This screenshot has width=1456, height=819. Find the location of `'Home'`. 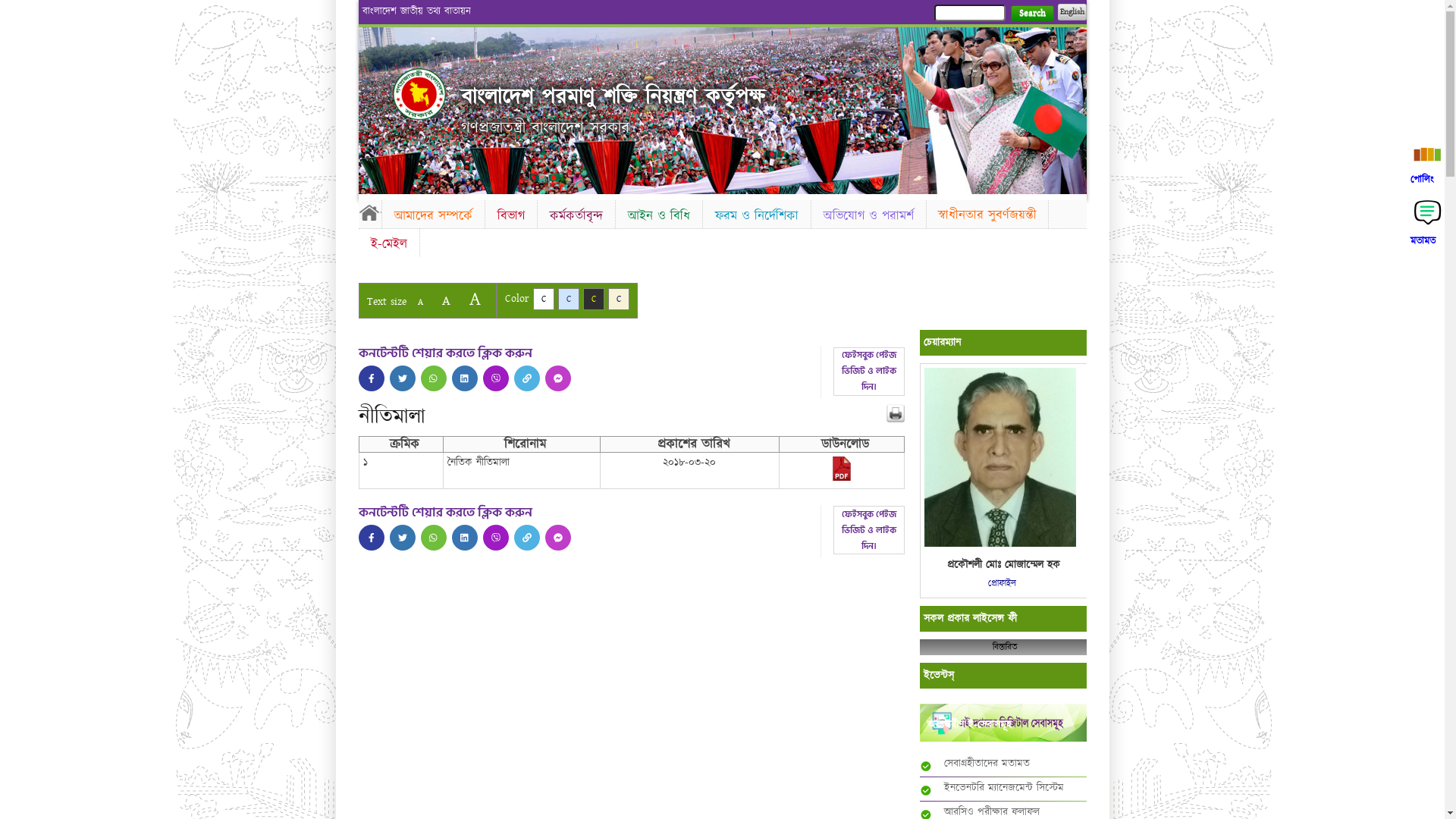

'Home' is located at coordinates (369, 212).